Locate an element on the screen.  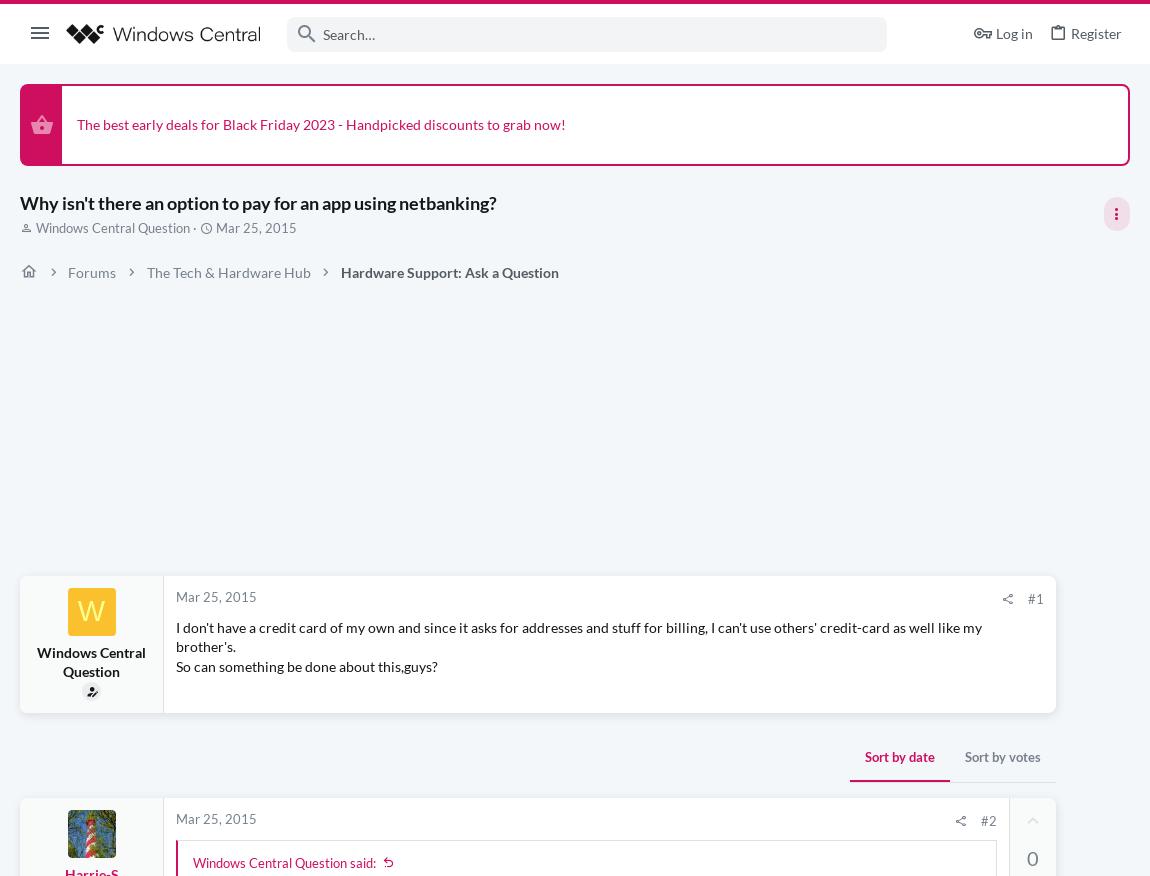
'Register' is located at coordinates (1070, 32).